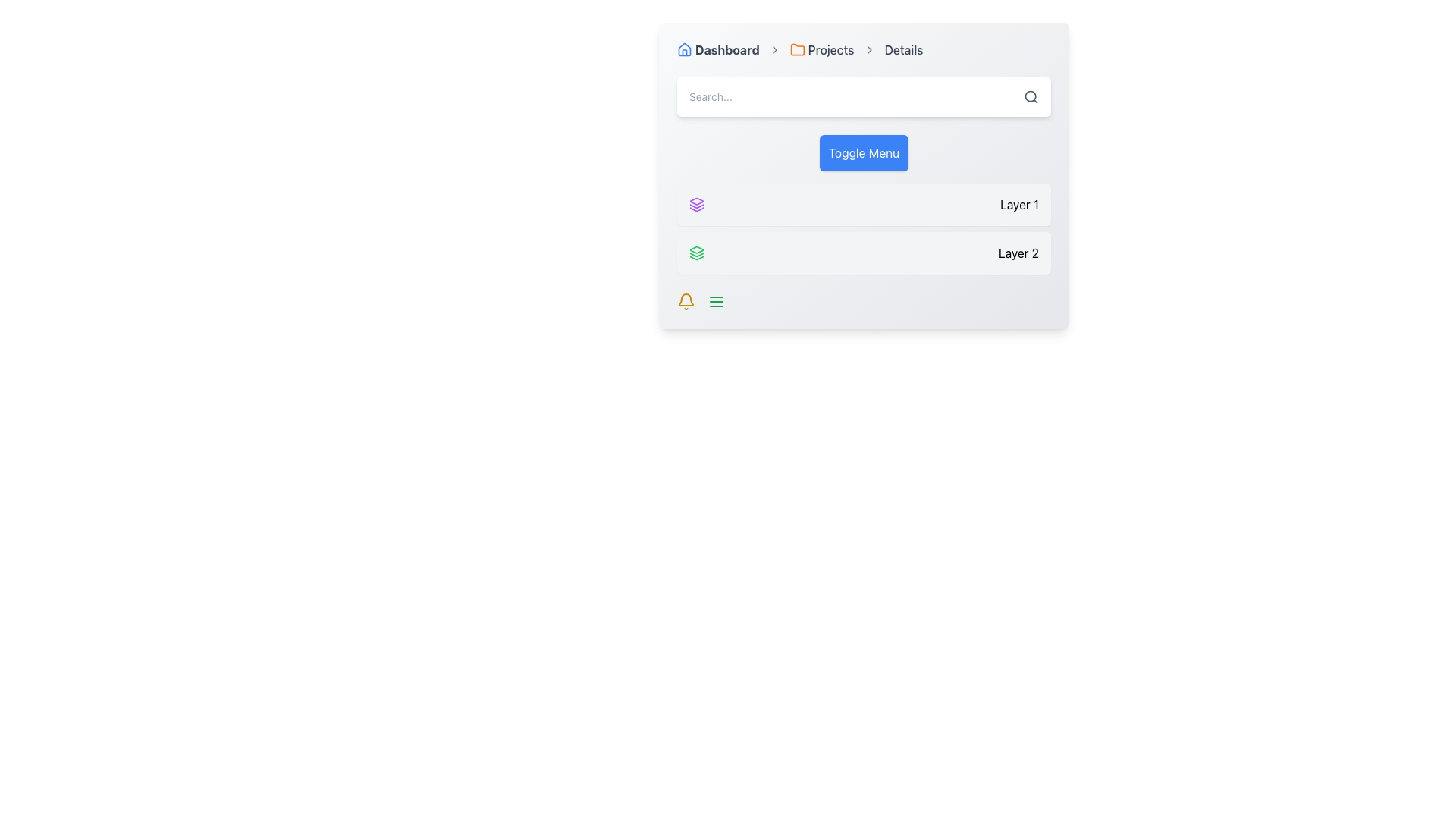 The width and height of the screenshot is (1456, 819). What do you see at coordinates (864, 49) in the screenshot?
I see `the 'Projects' link in the Breadcrumb navigation bar` at bounding box center [864, 49].